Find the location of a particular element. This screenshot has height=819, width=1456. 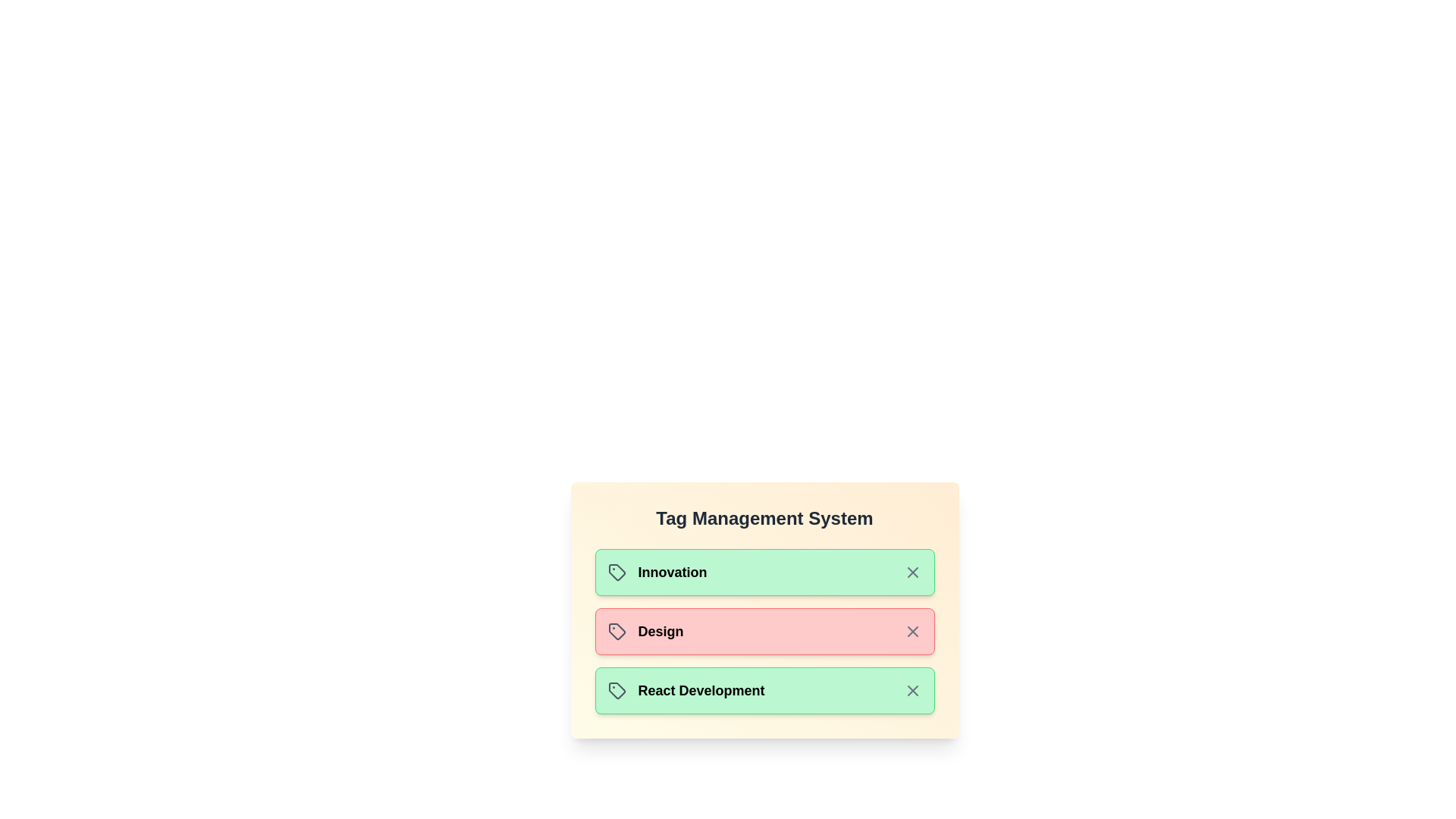

the close button of the tag labeled 'Design' to remove it is located at coordinates (912, 632).